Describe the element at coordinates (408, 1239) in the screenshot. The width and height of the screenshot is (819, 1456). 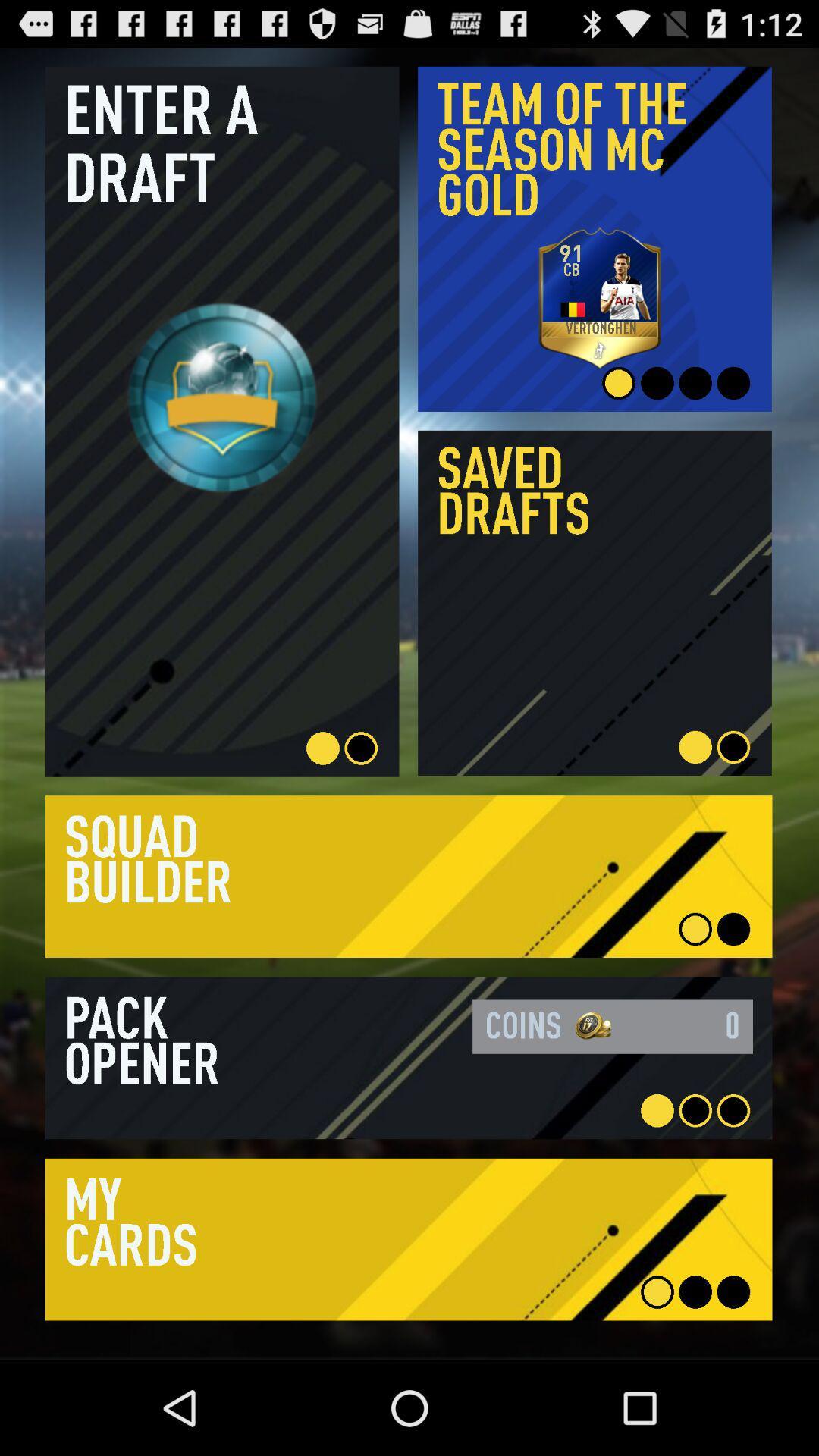
I see `open details of subject` at that location.